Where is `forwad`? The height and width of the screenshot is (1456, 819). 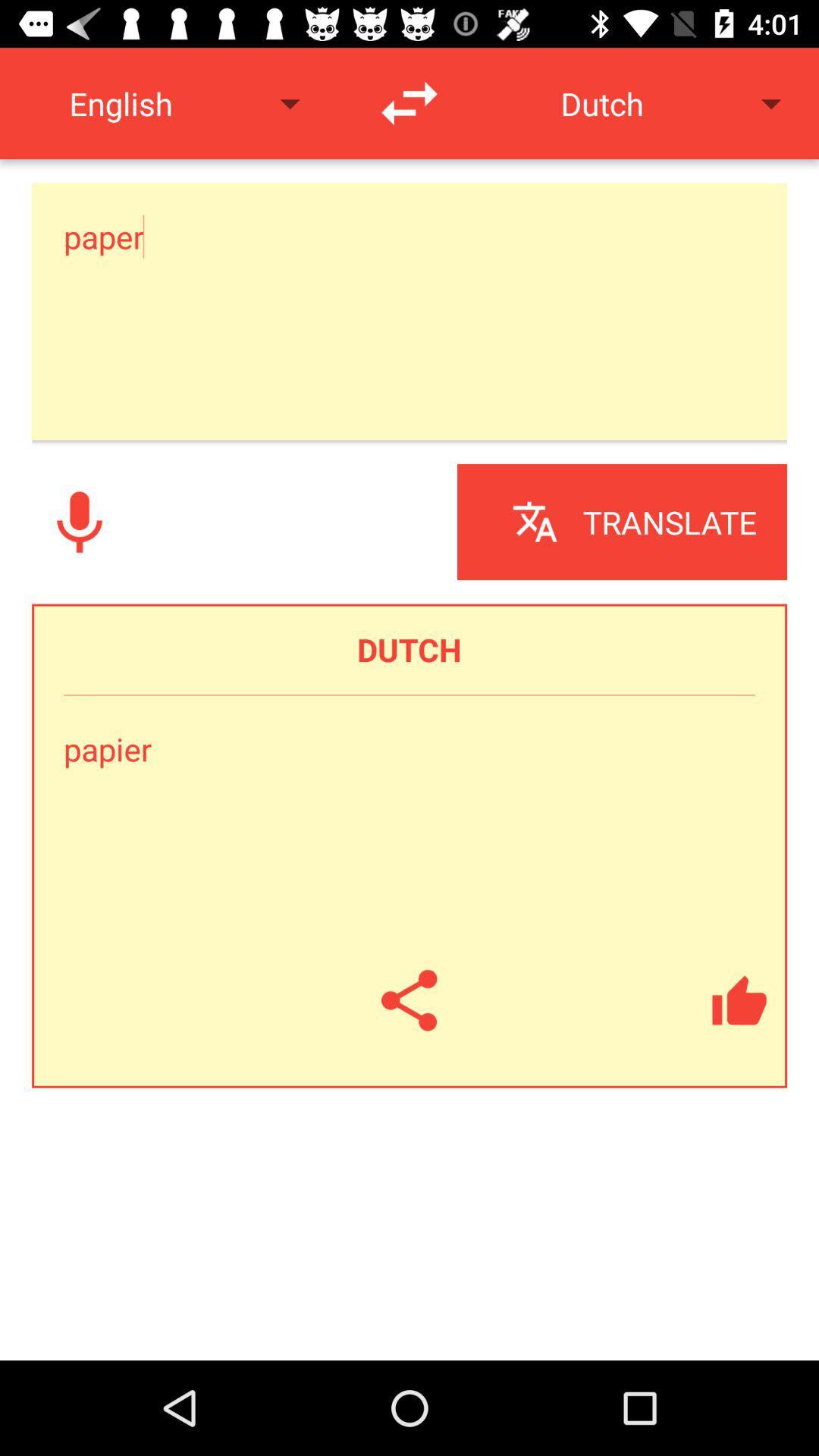
forwad is located at coordinates (409, 102).